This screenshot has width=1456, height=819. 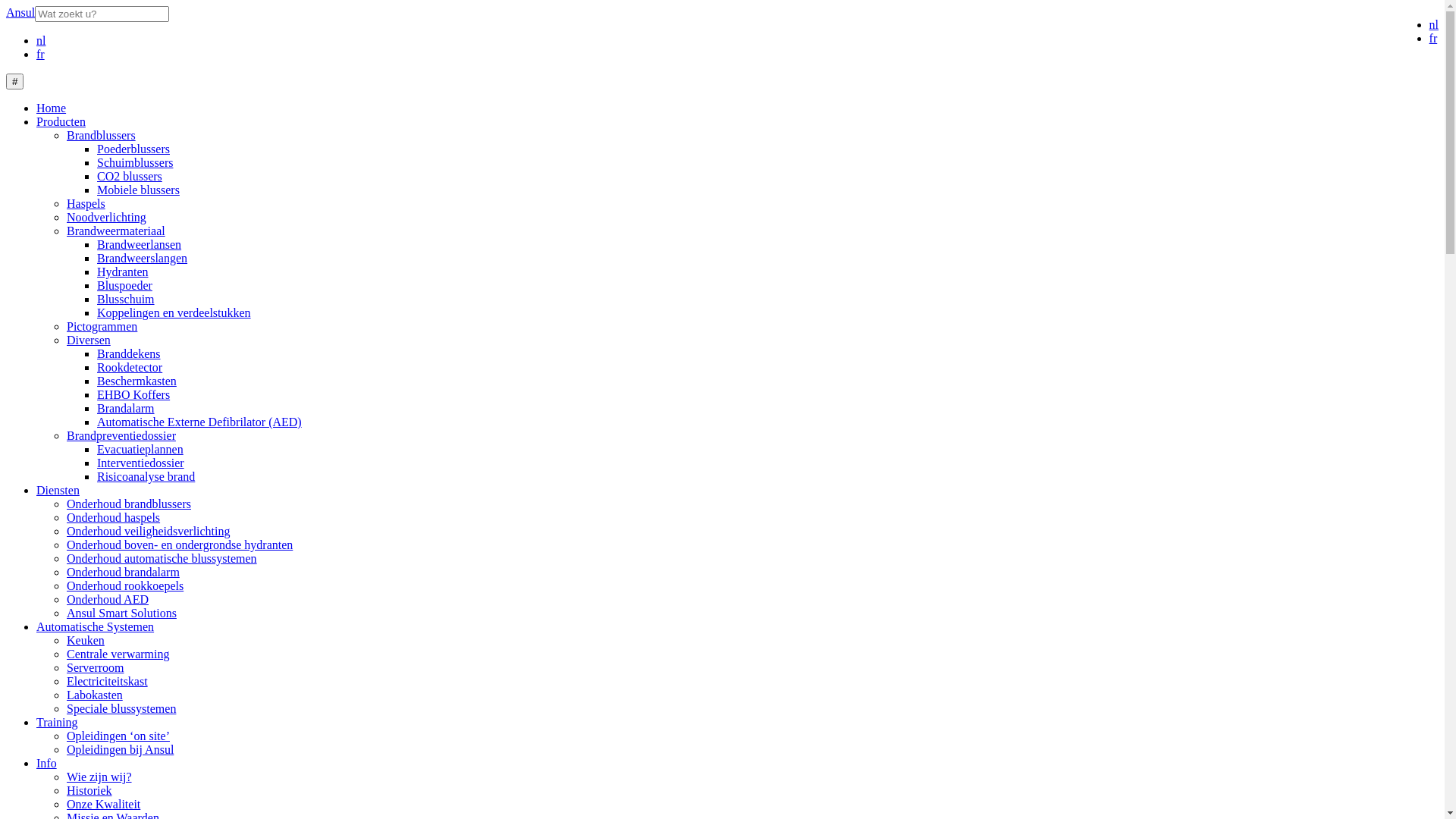 I want to click on 'Historiek', so click(x=65, y=789).